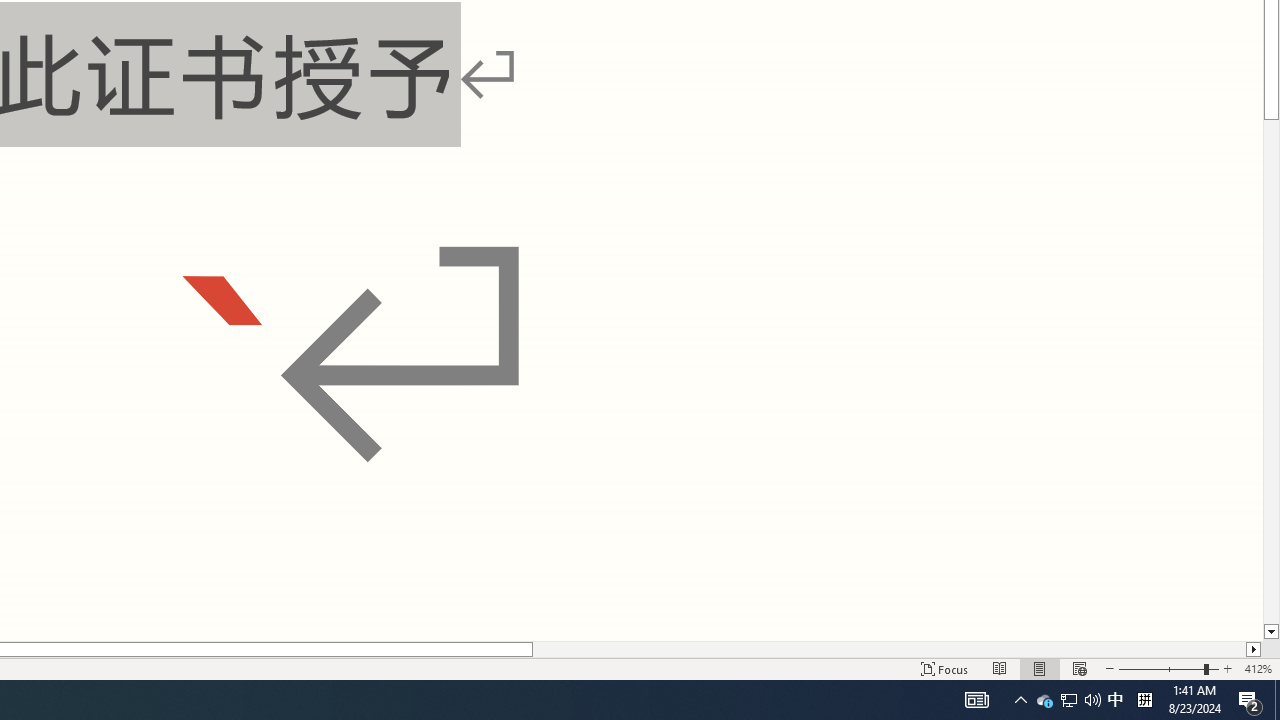 This screenshot has height=720, width=1280. I want to click on 'Zoom 412%', so click(1257, 669).